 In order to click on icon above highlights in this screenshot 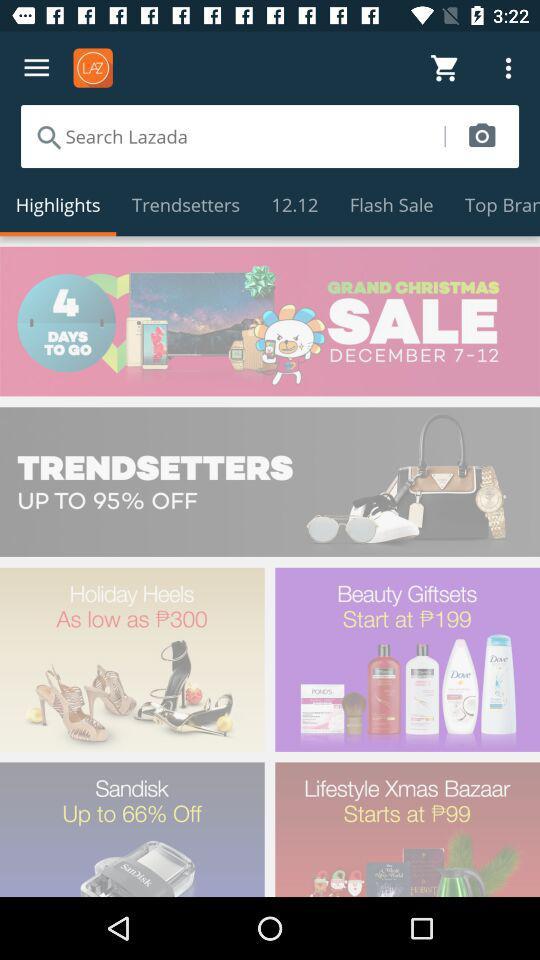, I will do `click(231, 135)`.